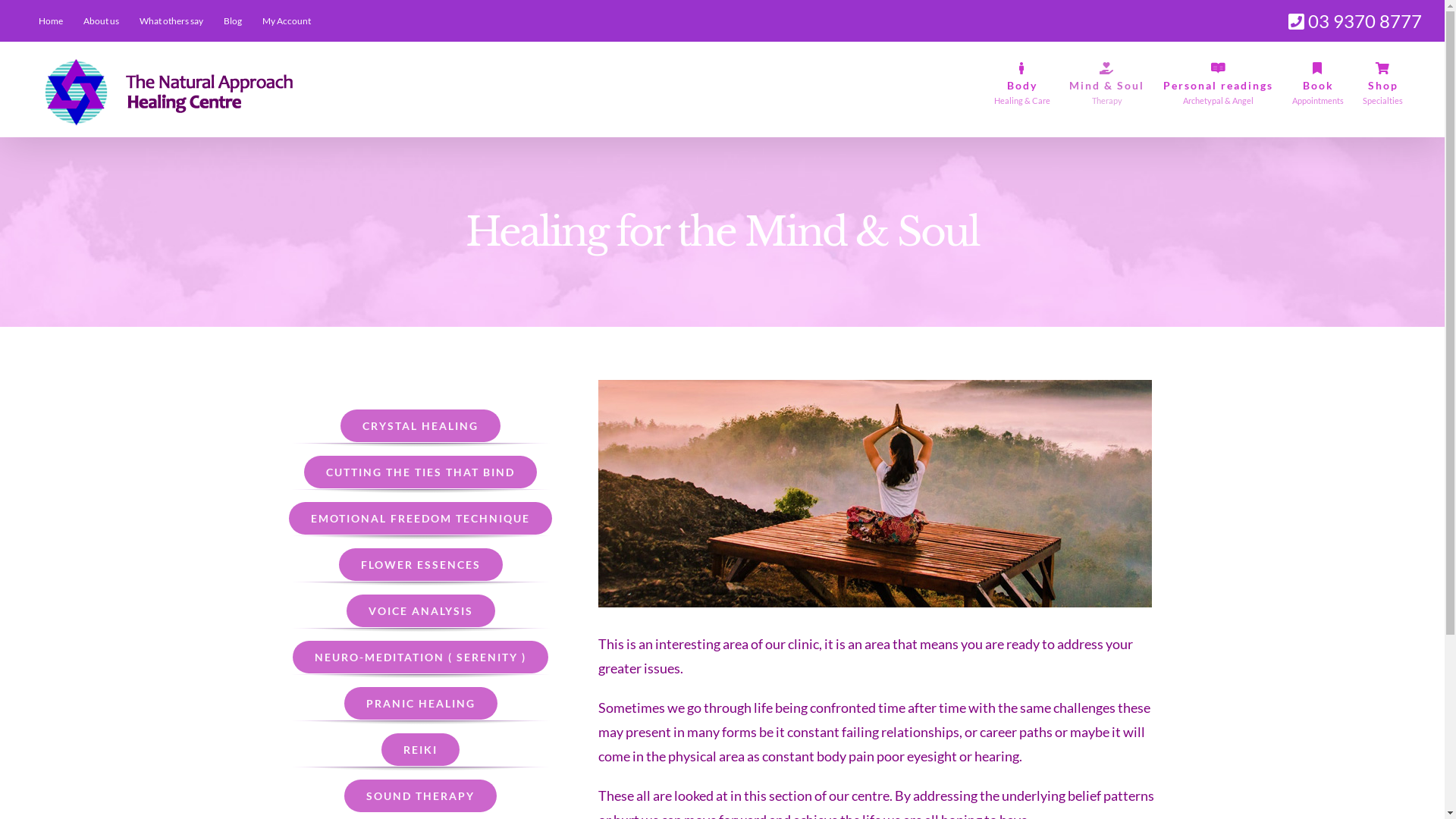 The image size is (1456, 819). I want to click on 'CRYSTAL HEALING', so click(420, 425).